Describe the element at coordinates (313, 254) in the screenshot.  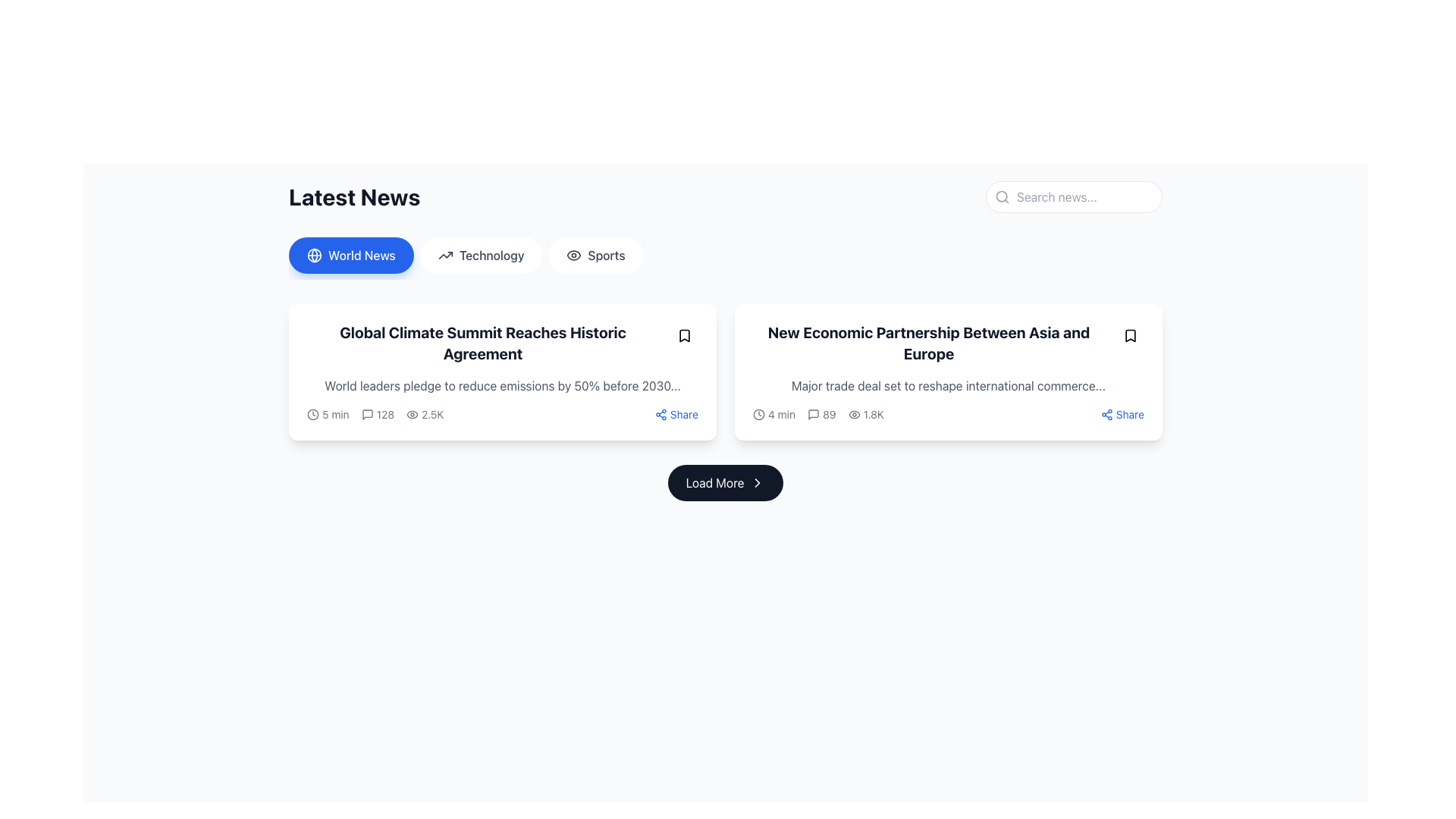
I see `the central SVG Circle element of the globe icon located near the world news section header` at that location.